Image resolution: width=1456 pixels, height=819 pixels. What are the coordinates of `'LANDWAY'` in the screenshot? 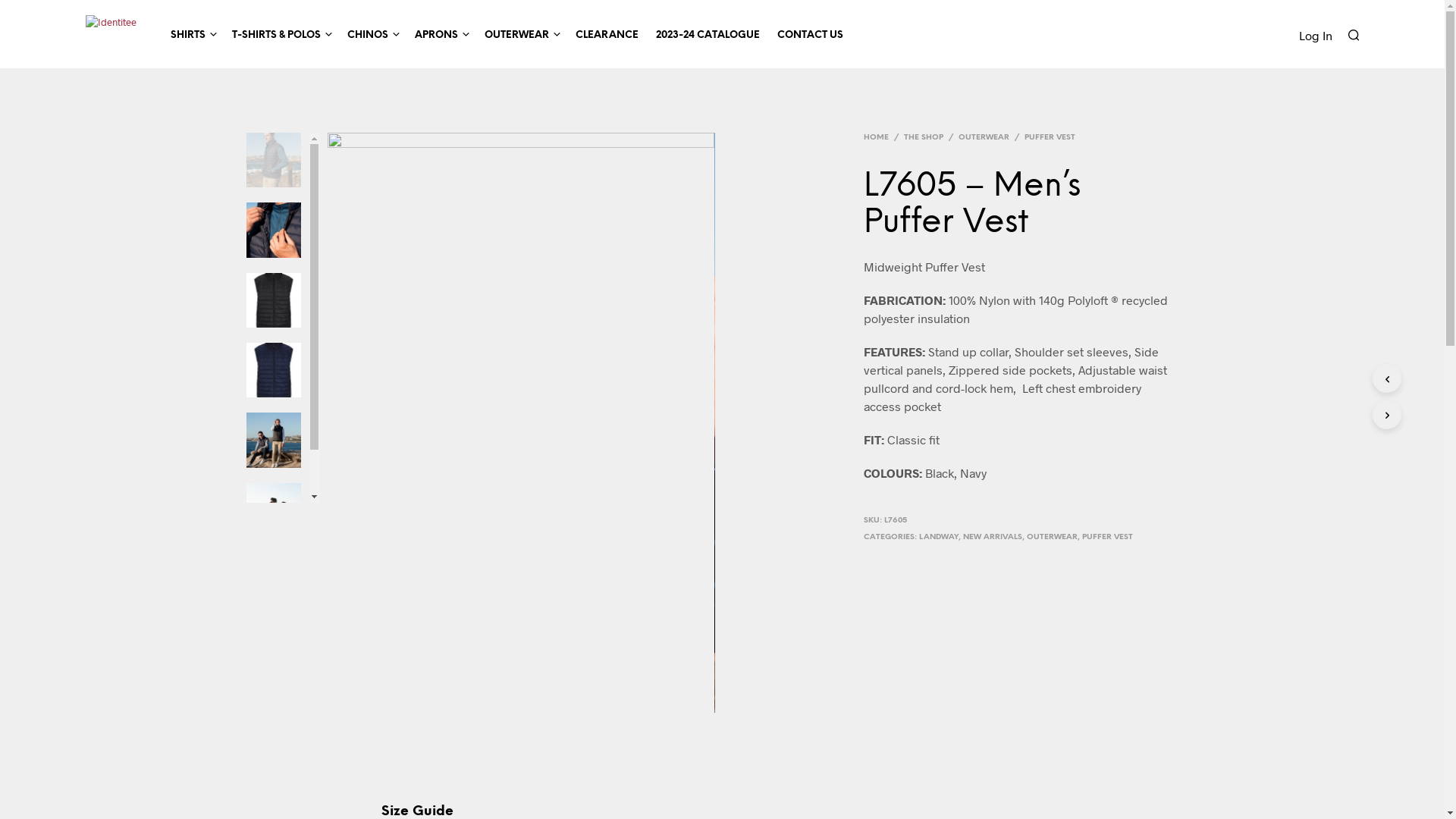 It's located at (938, 536).